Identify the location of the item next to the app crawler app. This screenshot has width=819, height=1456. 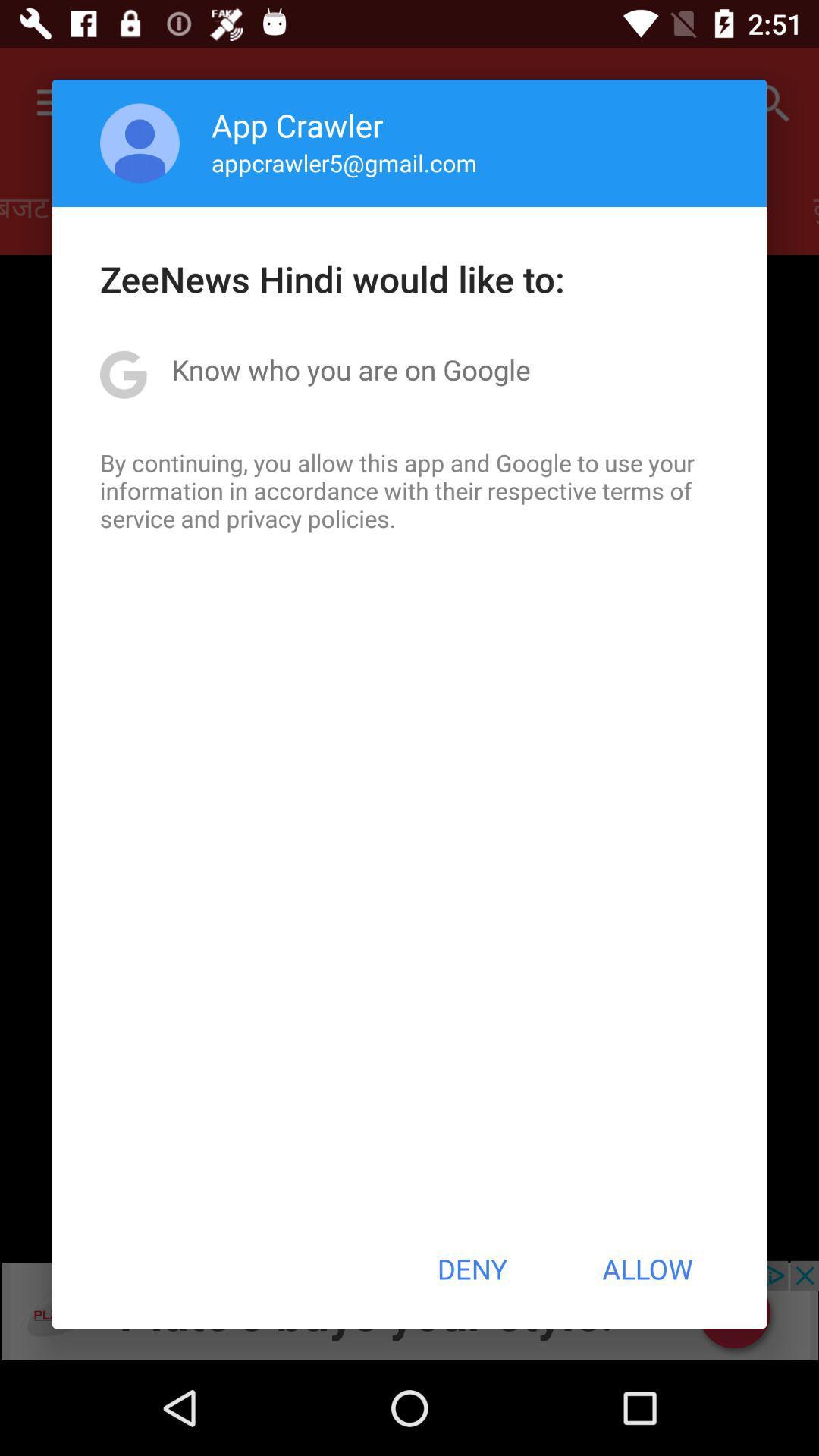
(140, 143).